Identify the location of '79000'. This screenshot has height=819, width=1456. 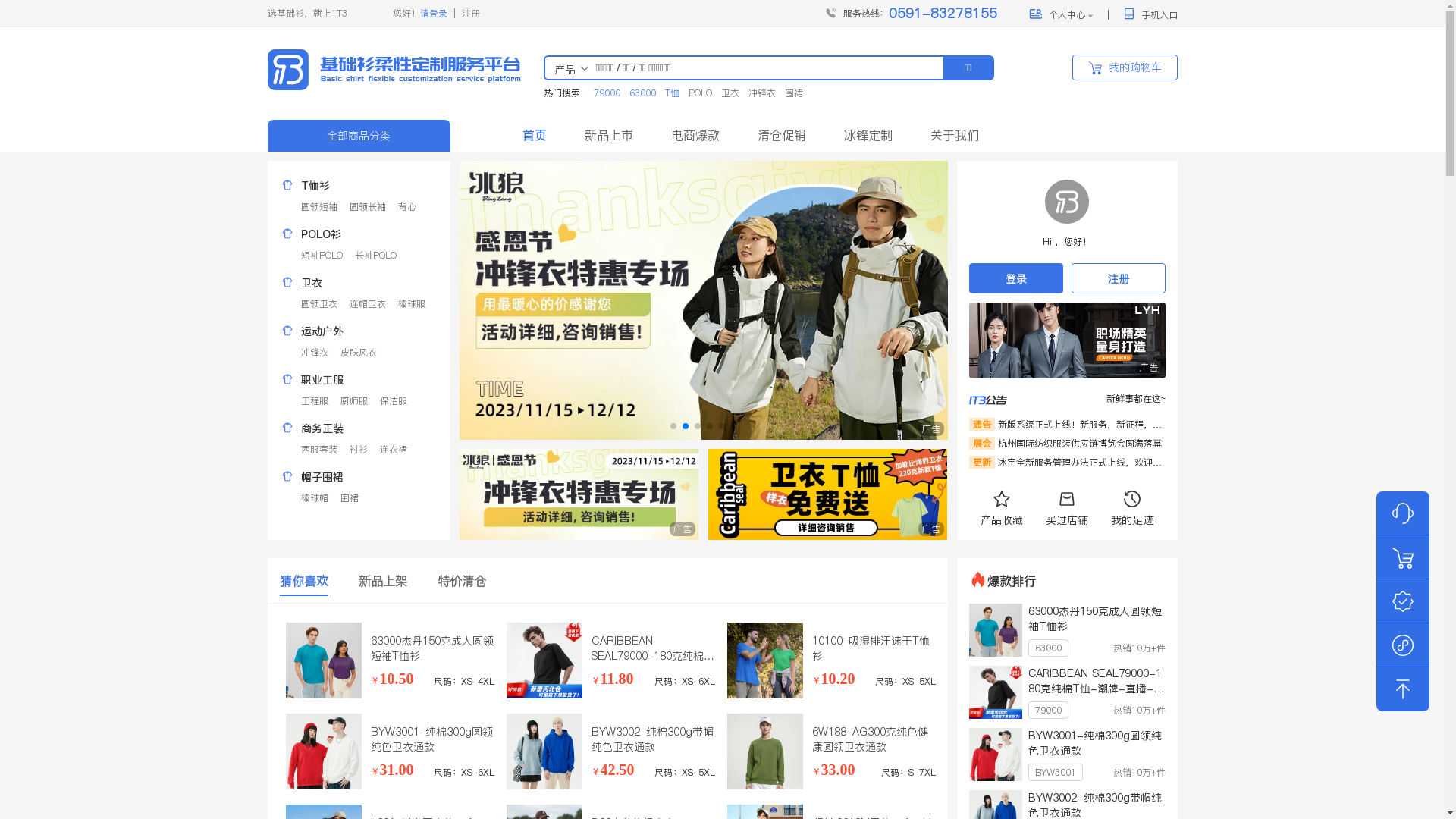
(588, 93).